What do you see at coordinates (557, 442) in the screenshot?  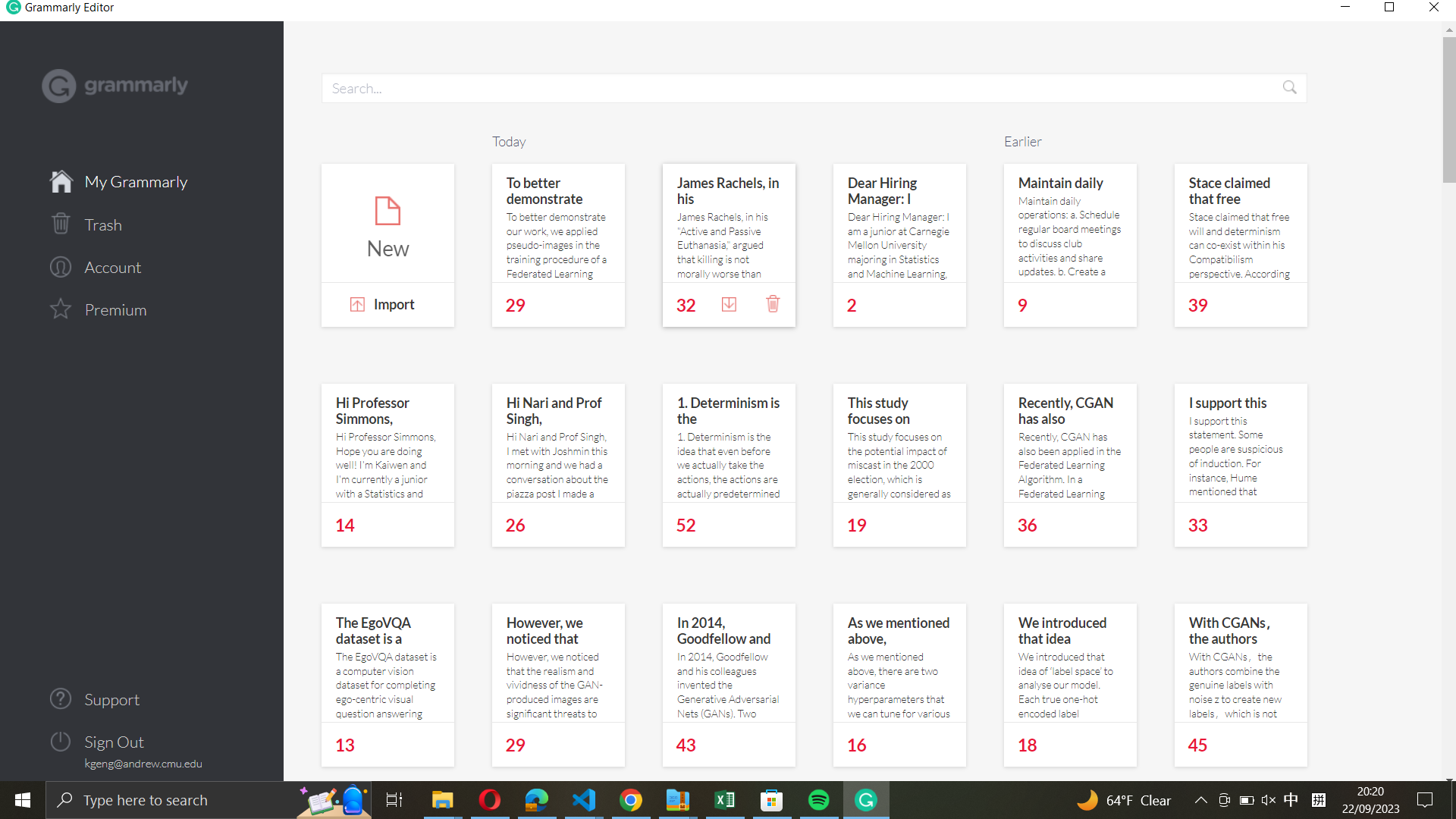 I see `Add a note for Nari Prof Singh` at bounding box center [557, 442].